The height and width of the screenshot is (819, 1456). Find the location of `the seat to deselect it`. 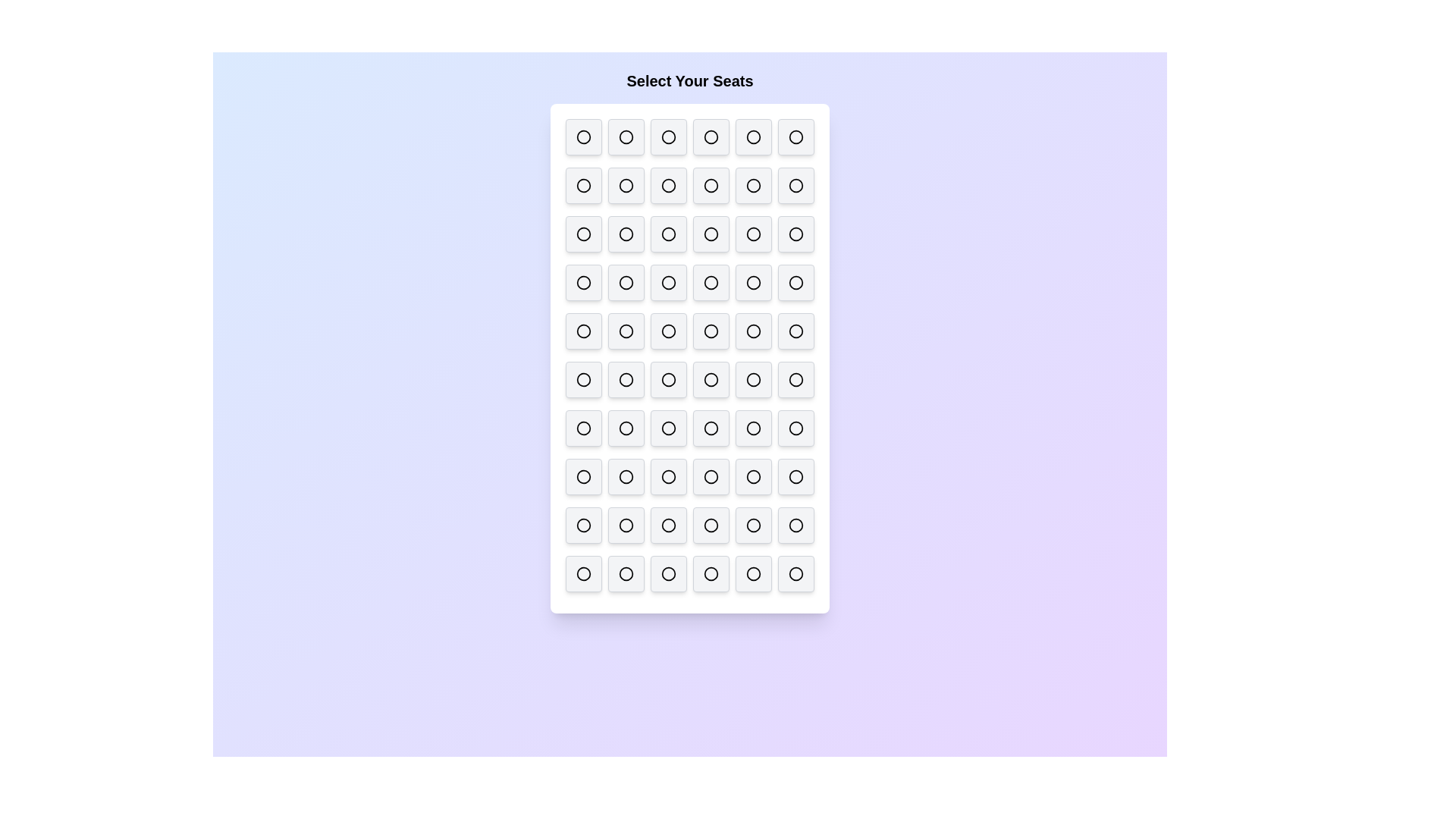

the seat to deselect it is located at coordinates (582, 137).